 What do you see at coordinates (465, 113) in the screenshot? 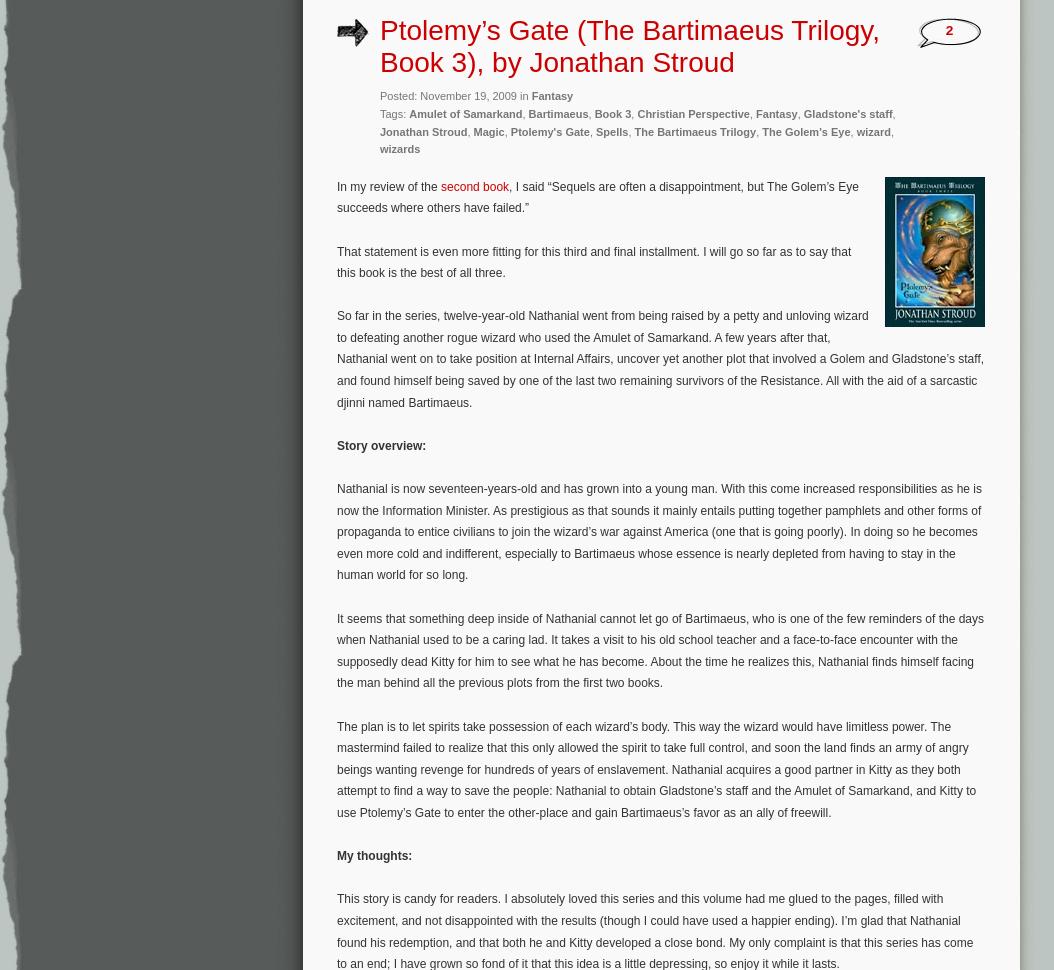
I see `'Amulet of Samarkand'` at bounding box center [465, 113].